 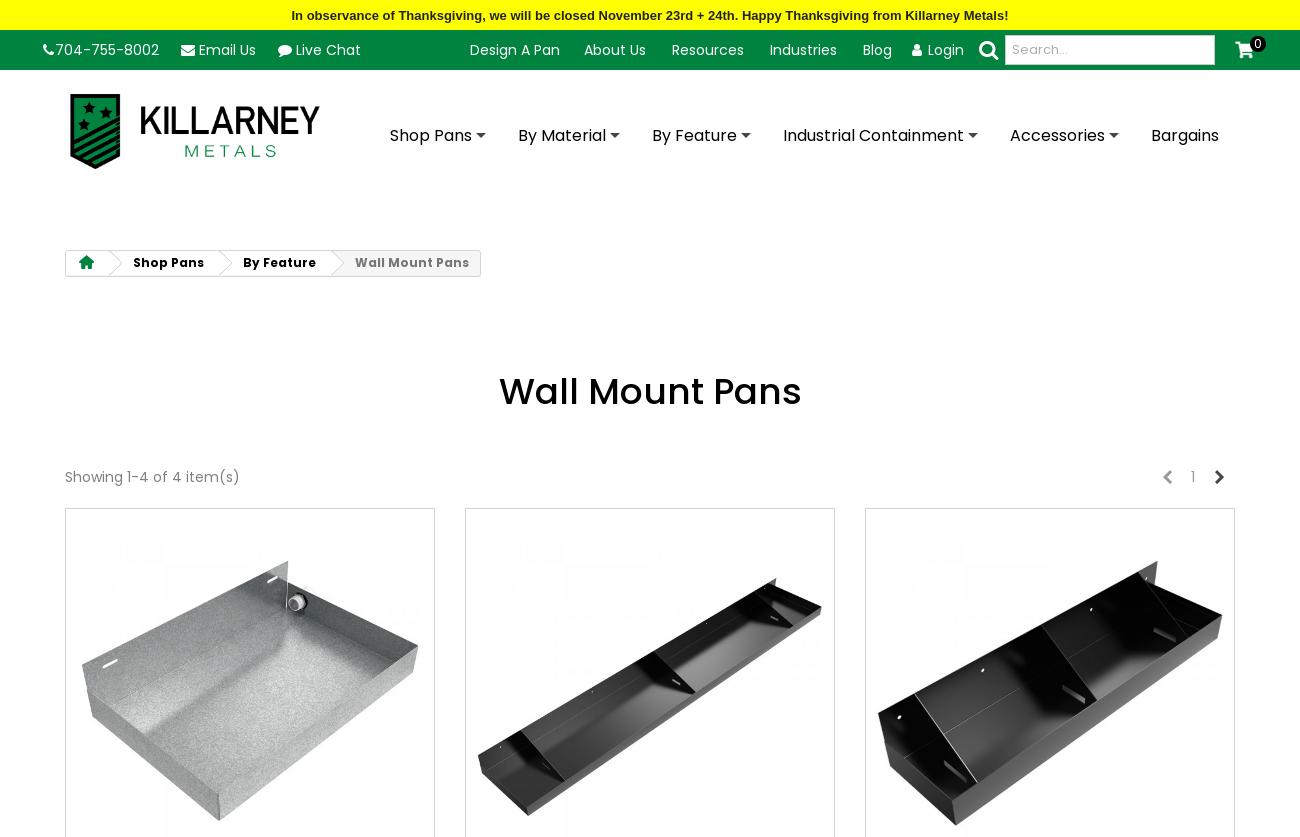 I want to click on 'About Us', so click(x=582, y=48).